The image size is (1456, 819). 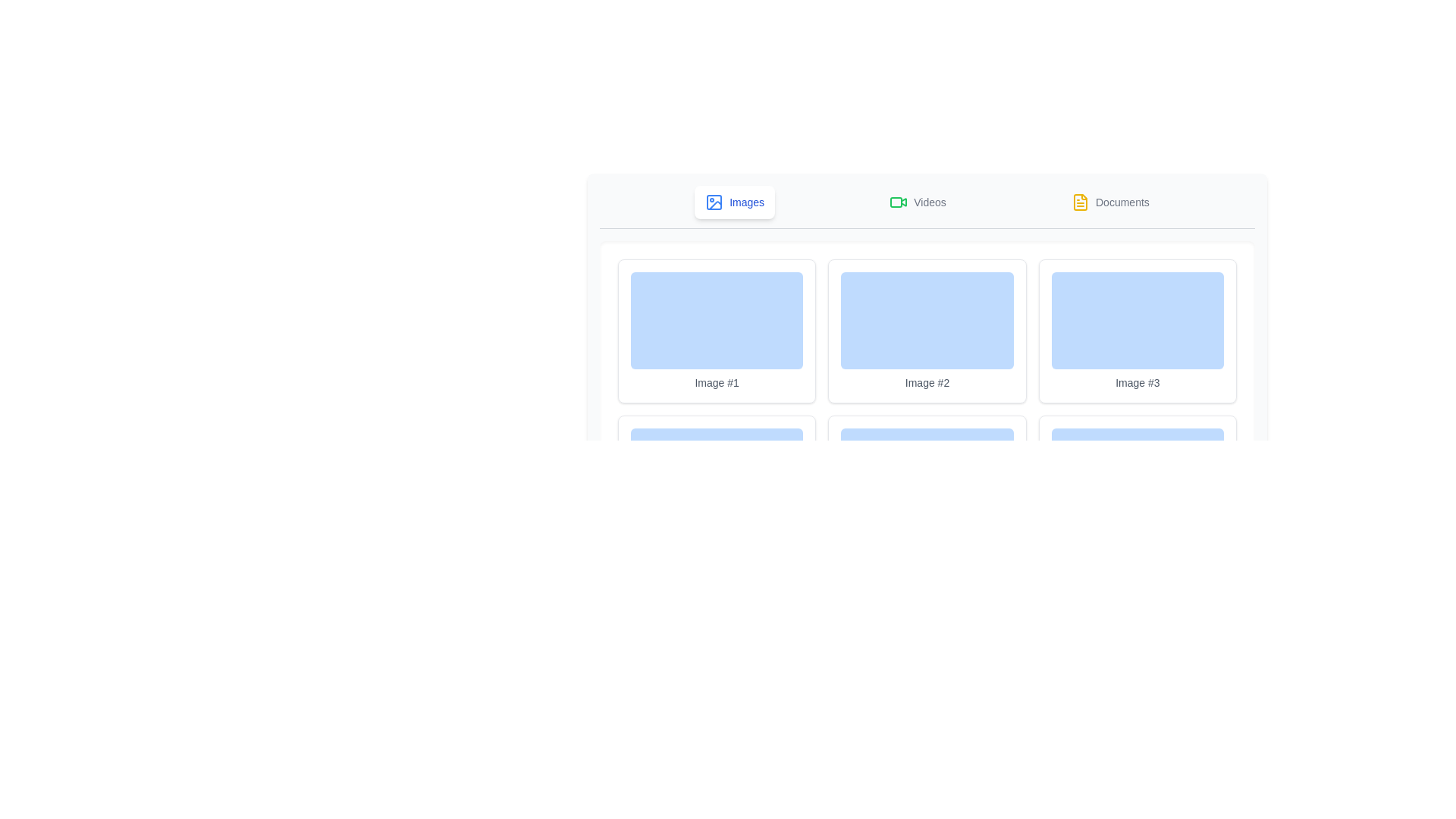 What do you see at coordinates (716, 330) in the screenshot?
I see `the first card or panel UI component in the 3-column grid layout` at bounding box center [716, 330].